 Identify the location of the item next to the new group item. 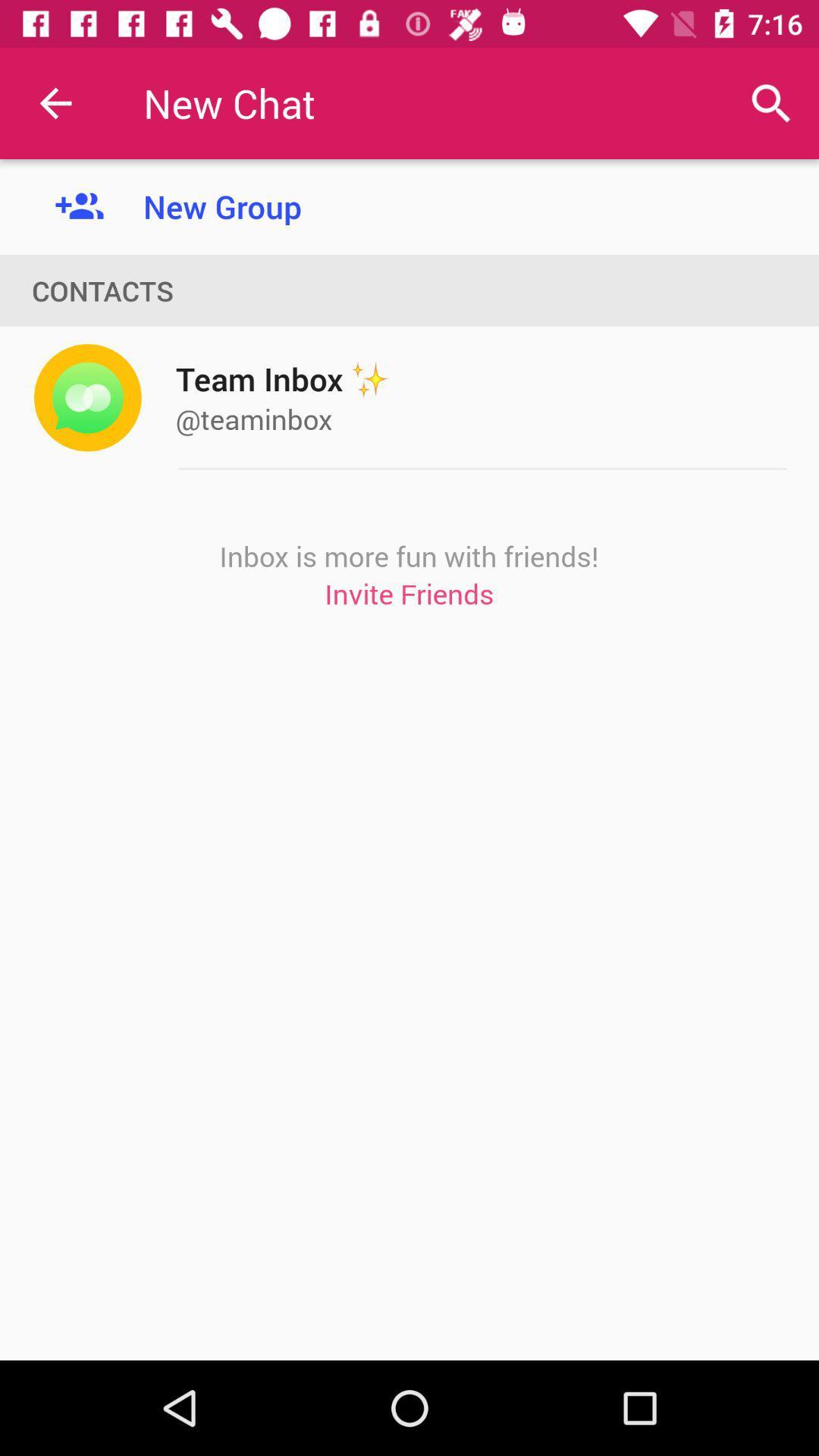
(55, 102).